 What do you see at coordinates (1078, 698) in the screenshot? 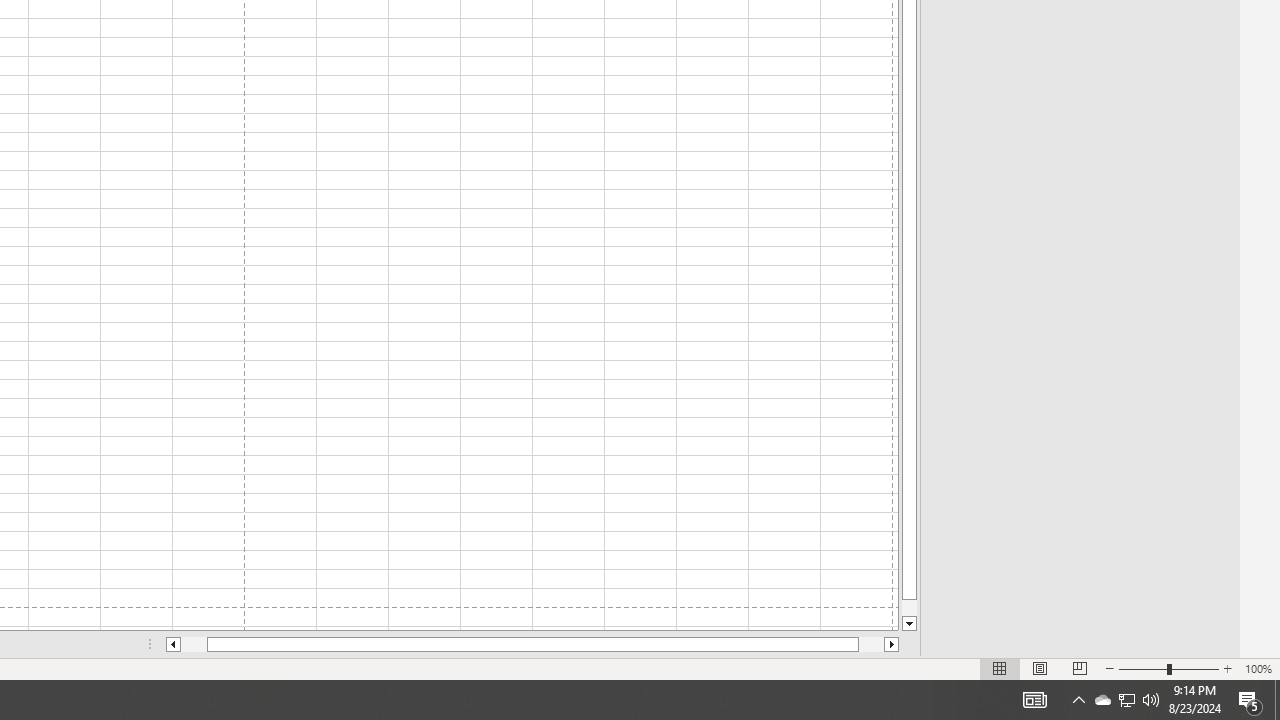
I see `'Notification Chevron'` at bounding box center [1078, 698].